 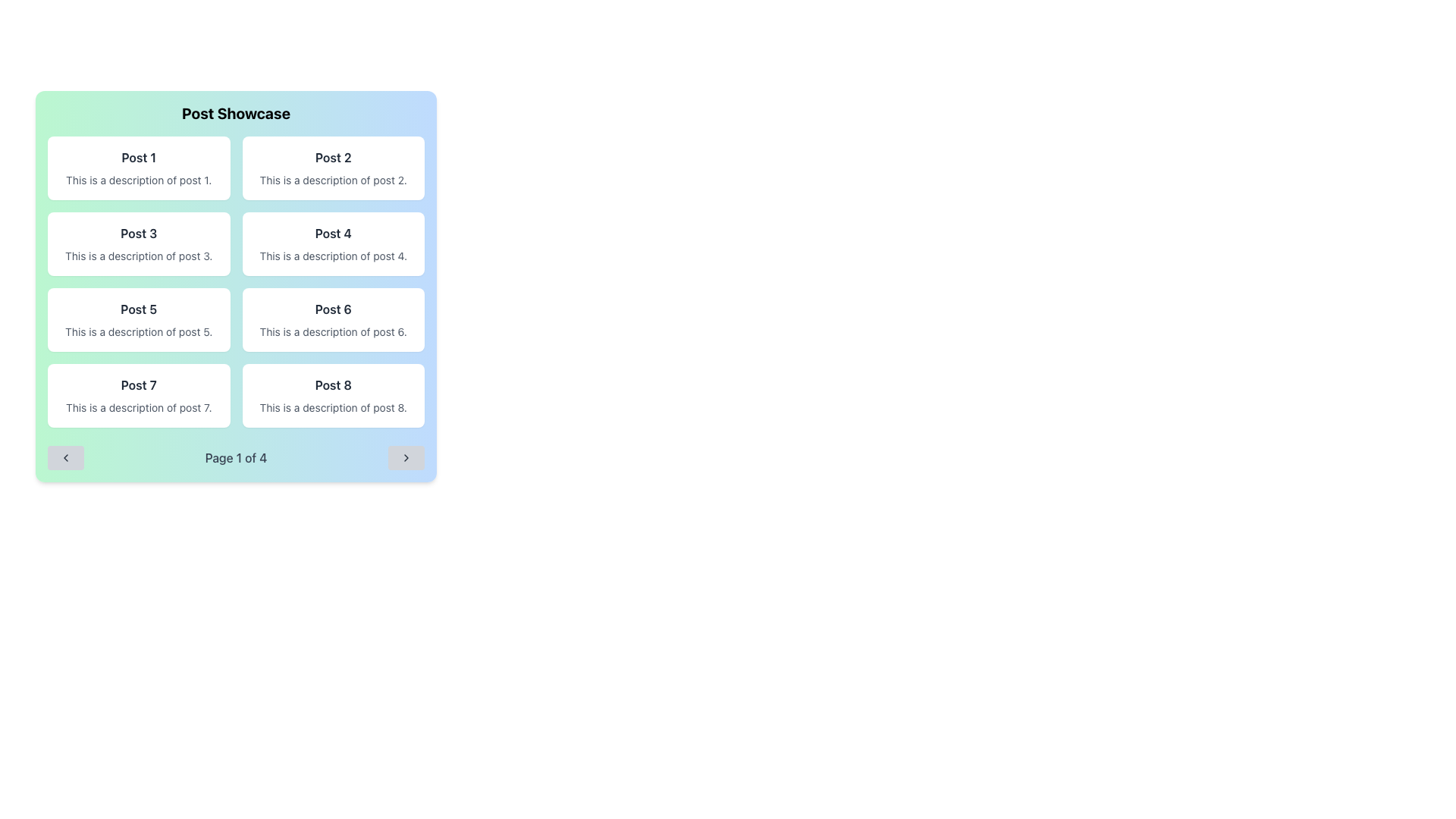 I want to click on the text label displaying 'Page 1 of 4' within the pagination control, centrally located at the bottom of the panel, so click(x=235, y=457).